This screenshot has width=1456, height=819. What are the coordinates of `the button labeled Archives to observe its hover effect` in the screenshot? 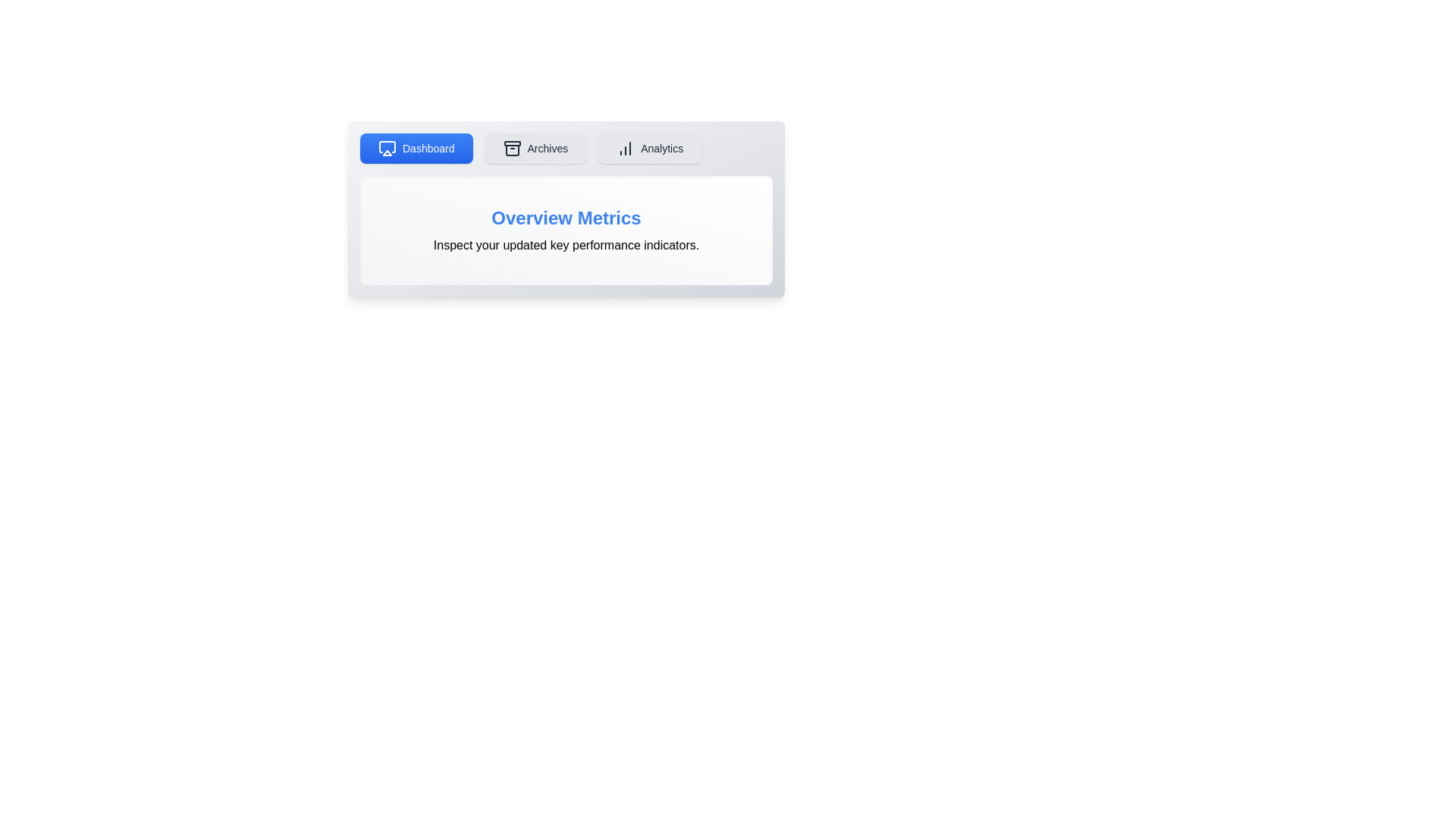 It's located at (535, 149).